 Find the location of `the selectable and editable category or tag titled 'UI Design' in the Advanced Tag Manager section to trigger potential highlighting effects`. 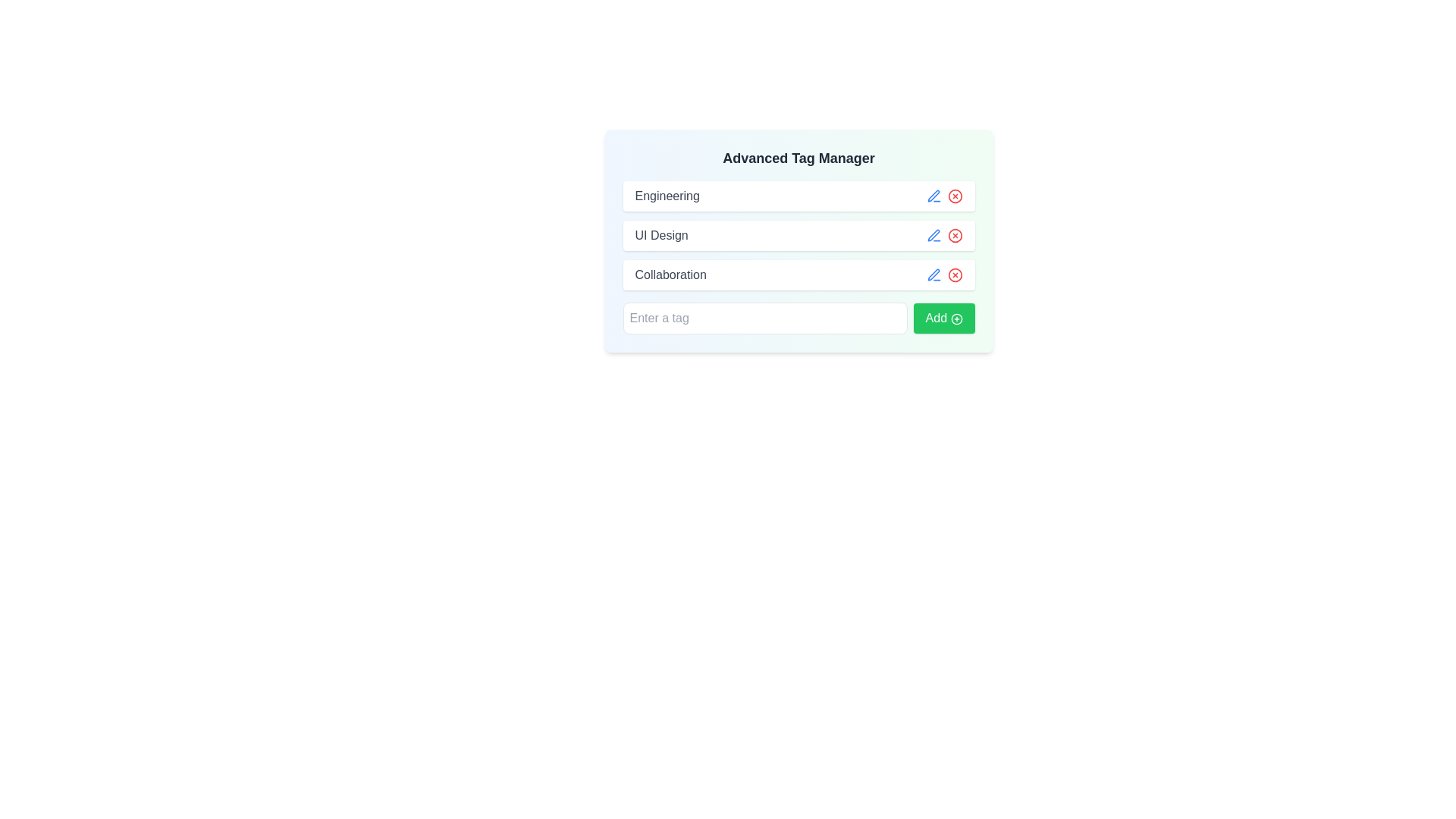

the selectable and editable category or tag titled 'UI Design' in the Advanced Tag Manager section to trigger potential highlighting effects is located at coordinates (798, 236).